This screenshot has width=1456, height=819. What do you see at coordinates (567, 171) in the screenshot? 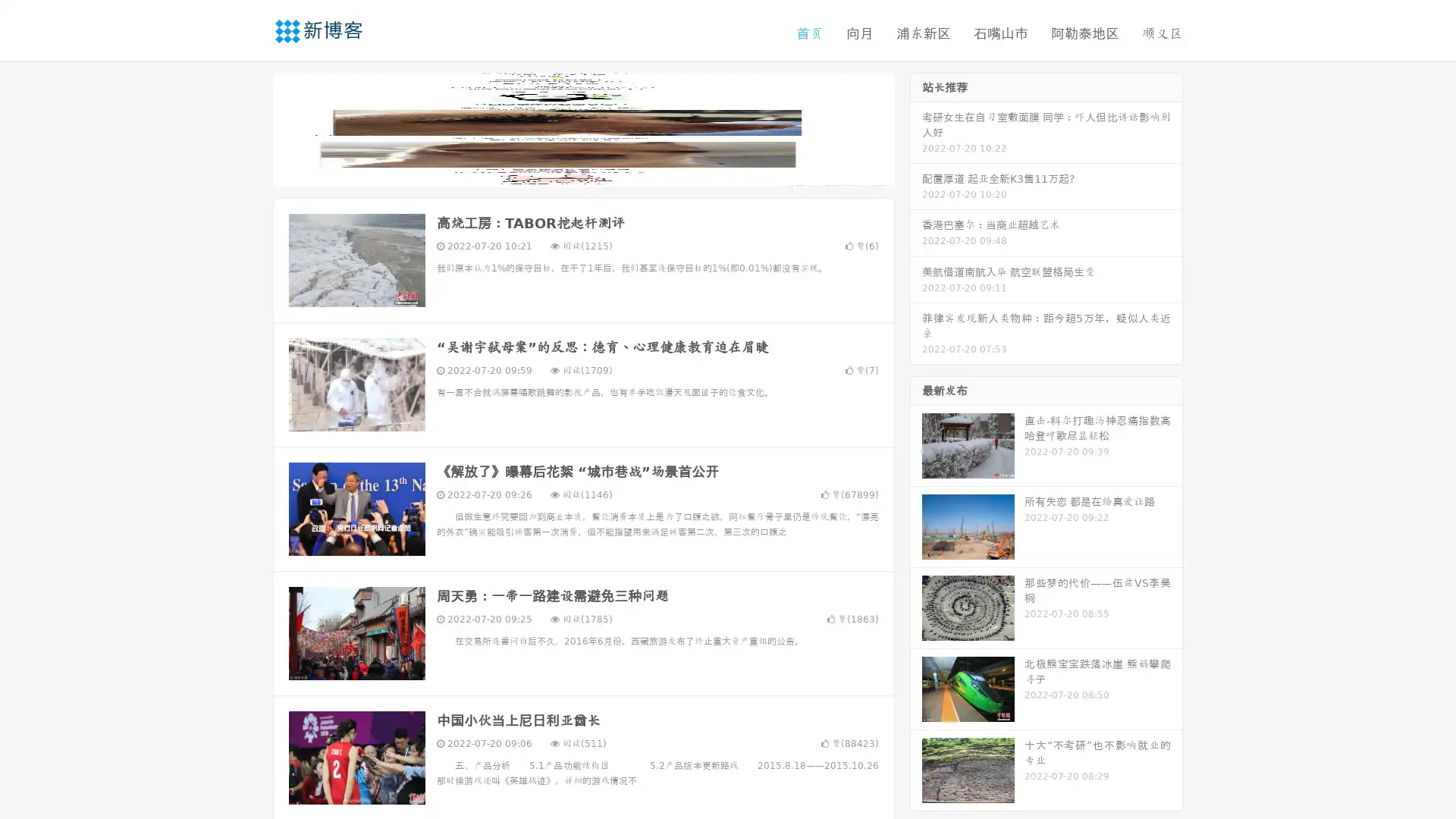
I see `Go to slide 1` at bounding box center [567, 171].